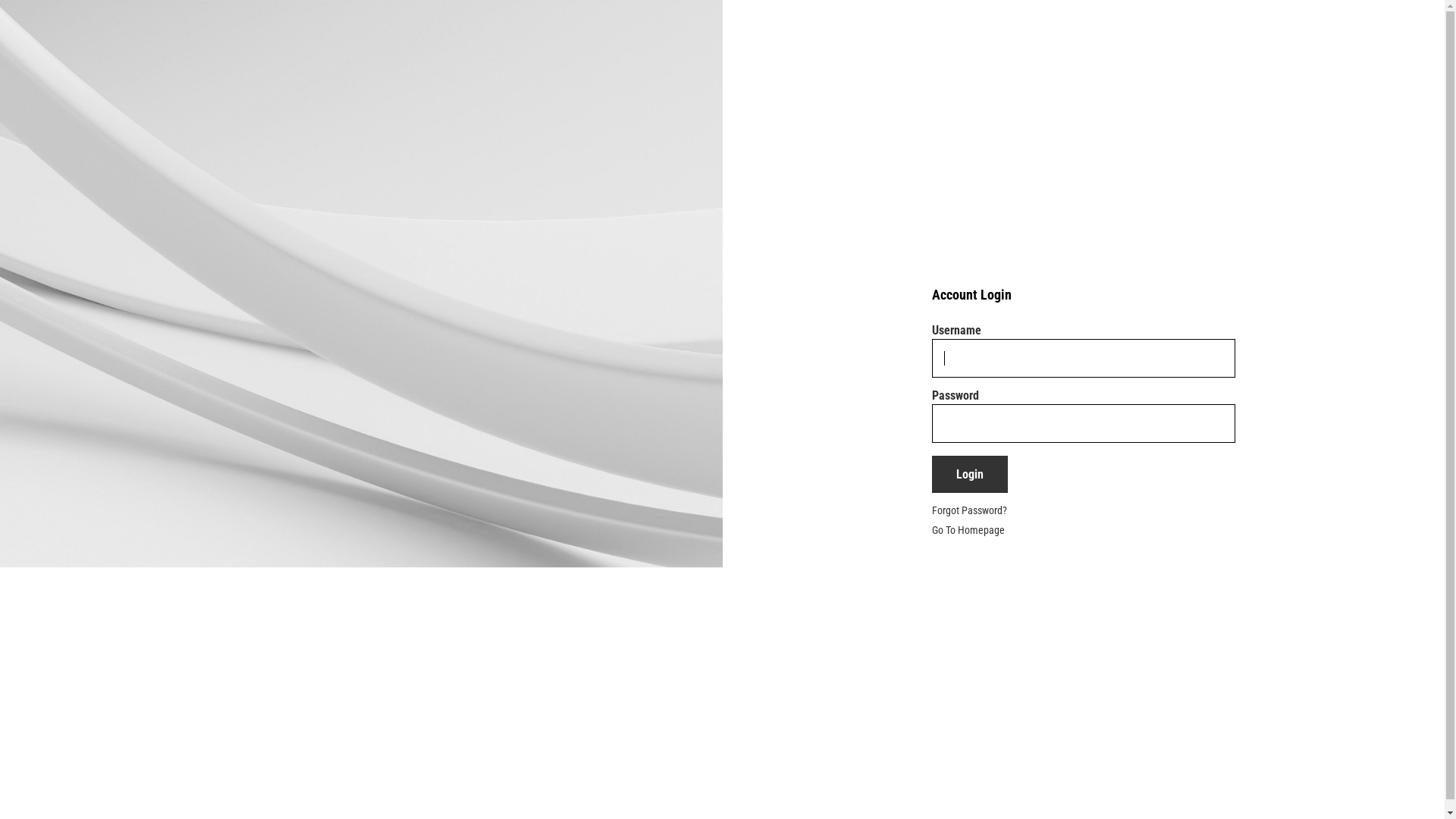 The image size is (1456, 819). I want to click on 'Go To Homepage', so click(930, 529).